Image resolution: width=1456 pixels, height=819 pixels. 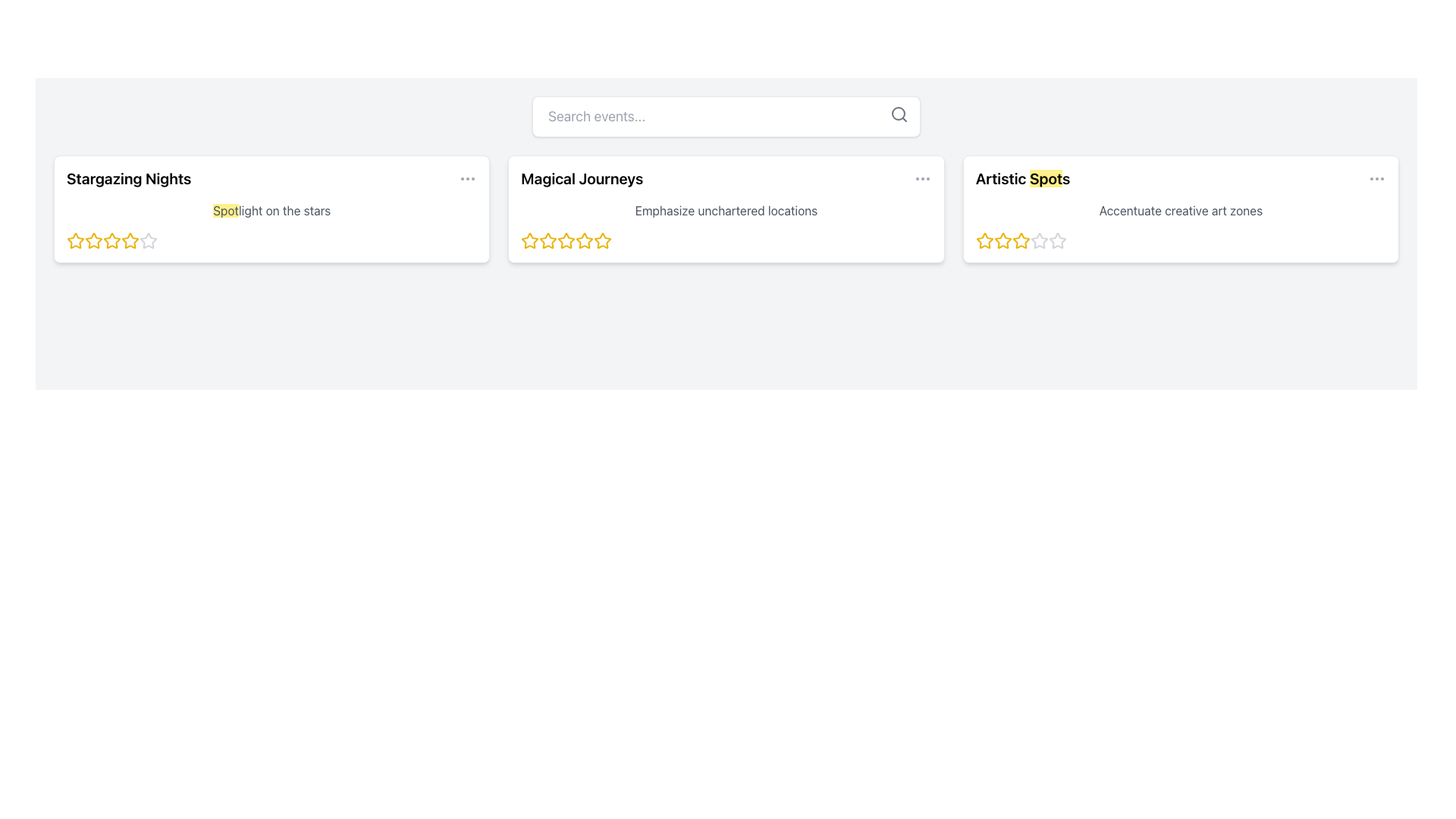 What do you see at coordinates (566, 240) in the screenshot?
I see `the second star-shaped icon with a yellow border in the rating system of the 'Magical Journeys' card to rate it` at bounding box center [566, 240].